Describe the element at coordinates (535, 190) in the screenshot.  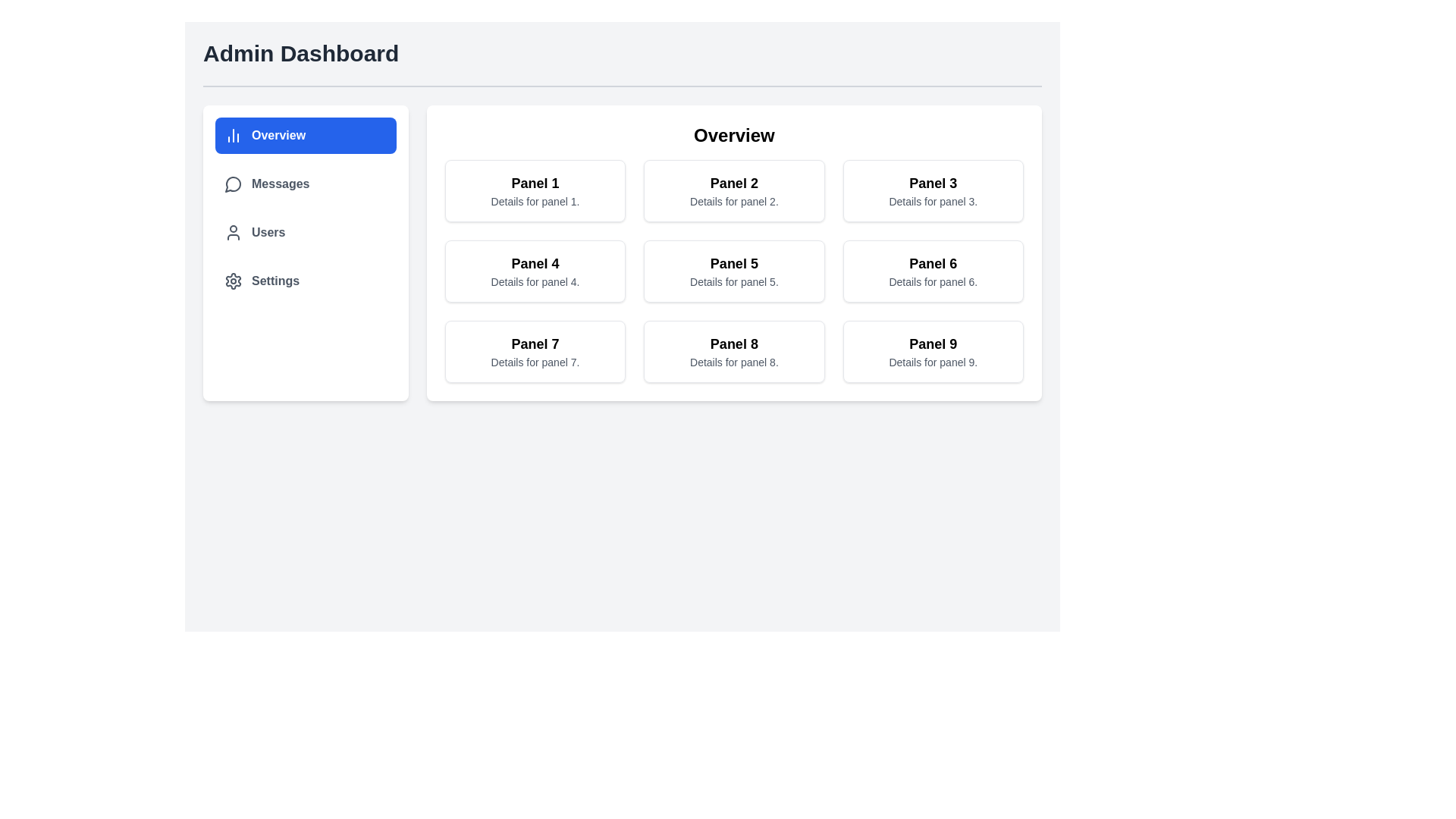
I see `the panel located at the top-left corner of the 3x3 grid in the 'Overview' section, which displays a title and a brief description for a specific subsection or feature` at that location.